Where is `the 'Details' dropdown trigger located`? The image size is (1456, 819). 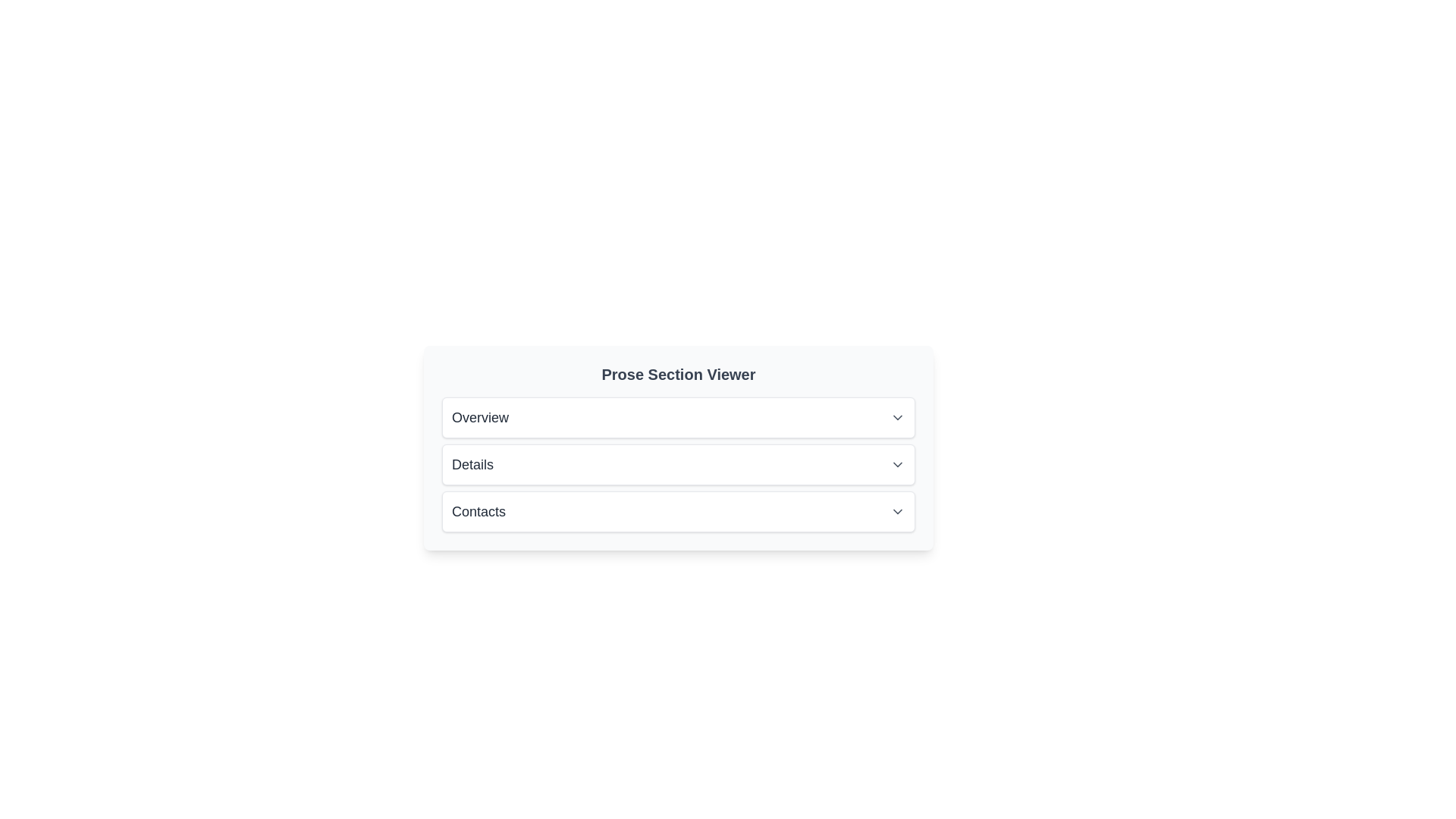 the 'Details' dropdown trigger located is located at coordinates (677, 464).